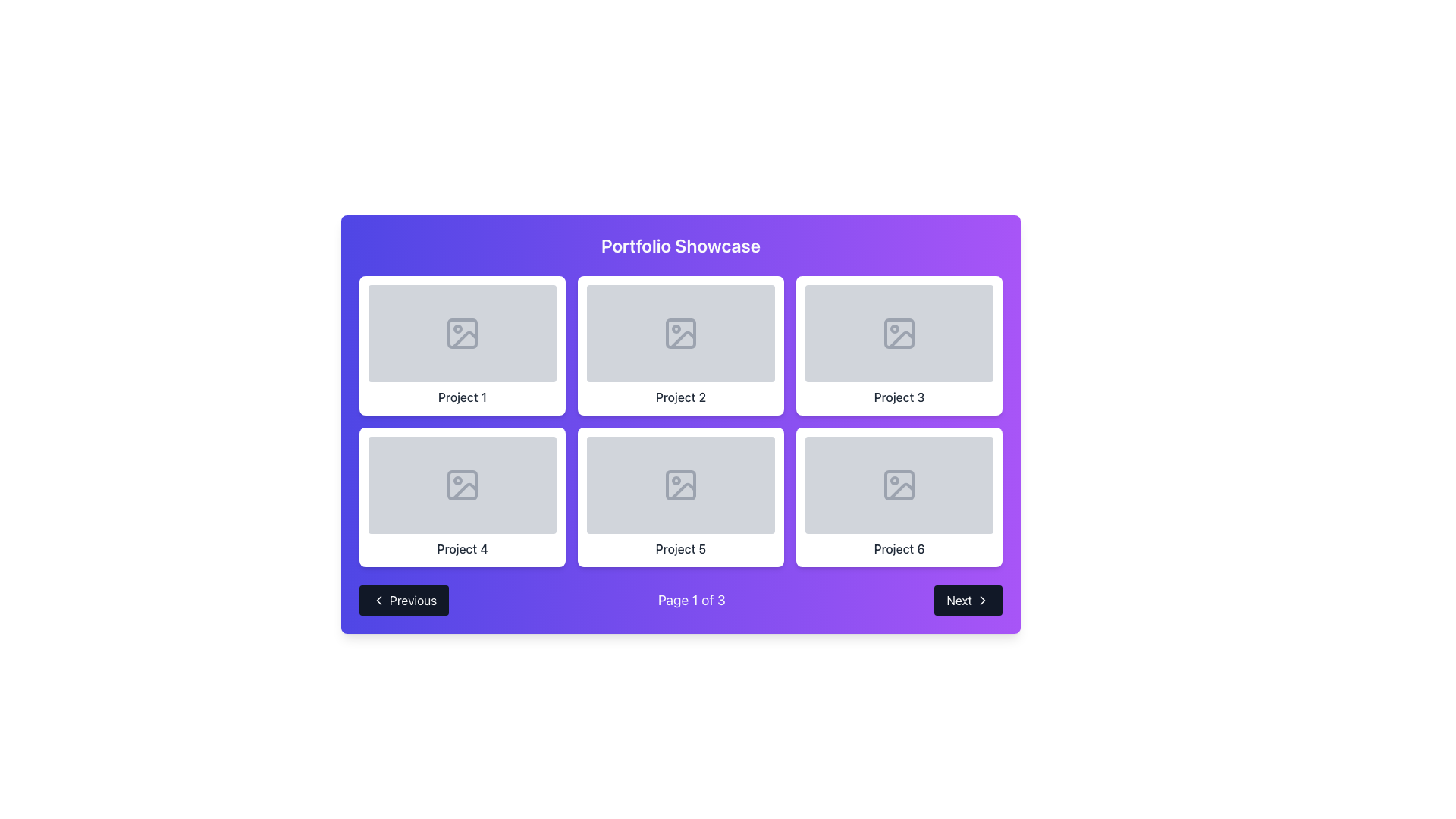 This screenshot has height=819, width=1456. I want to click on text displayed in the bold, dark gray font labeled 'Project 6' located in the bottom row of the portfolio showcase panel, positioned below the associated placeholder image, so click(899, 549).